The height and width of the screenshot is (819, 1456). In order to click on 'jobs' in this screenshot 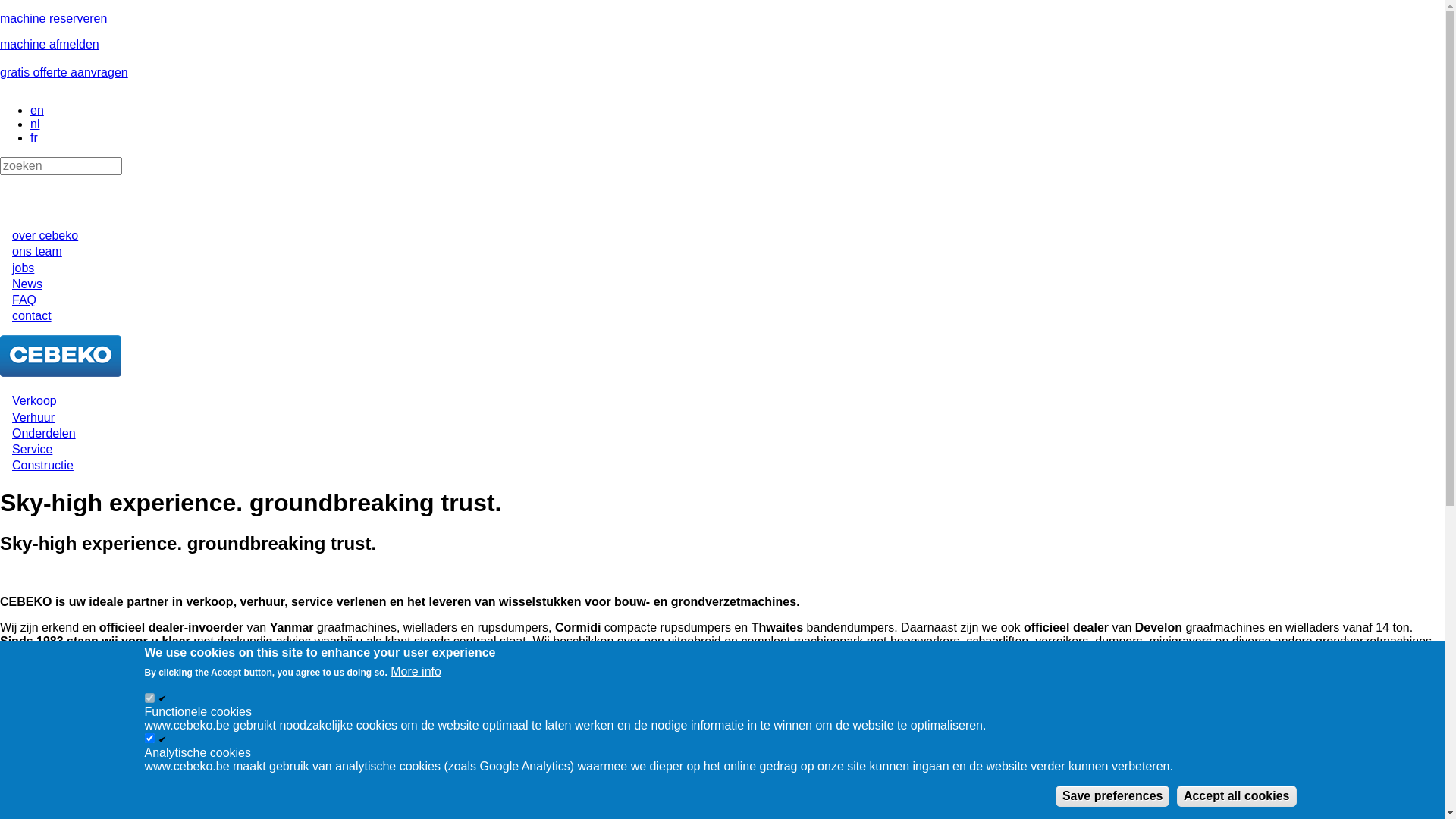, I will do `click(23, 267)`.